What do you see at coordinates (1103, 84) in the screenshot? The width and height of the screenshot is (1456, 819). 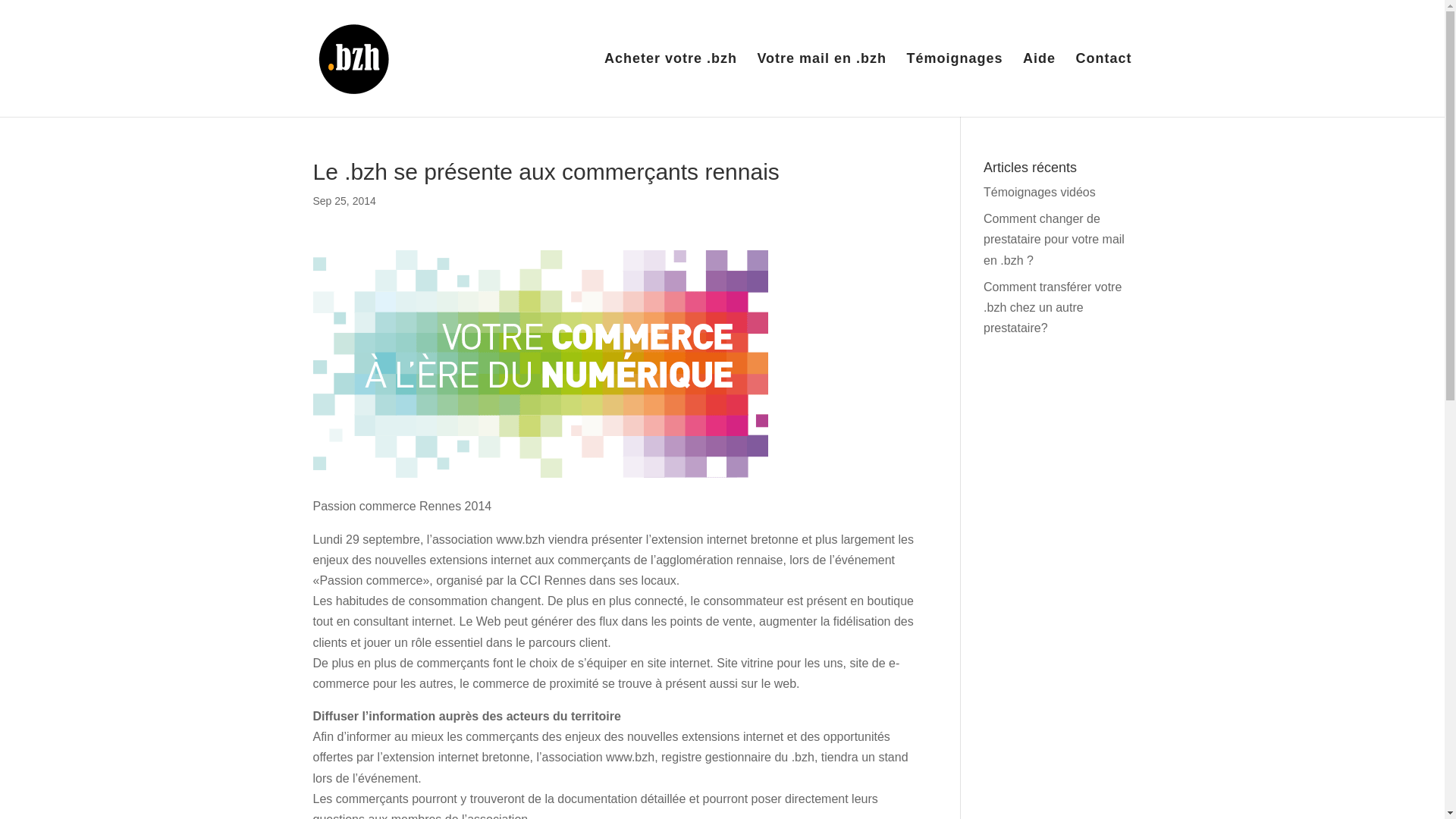 I see `'Contact'` at bounding box center [1103, 84].